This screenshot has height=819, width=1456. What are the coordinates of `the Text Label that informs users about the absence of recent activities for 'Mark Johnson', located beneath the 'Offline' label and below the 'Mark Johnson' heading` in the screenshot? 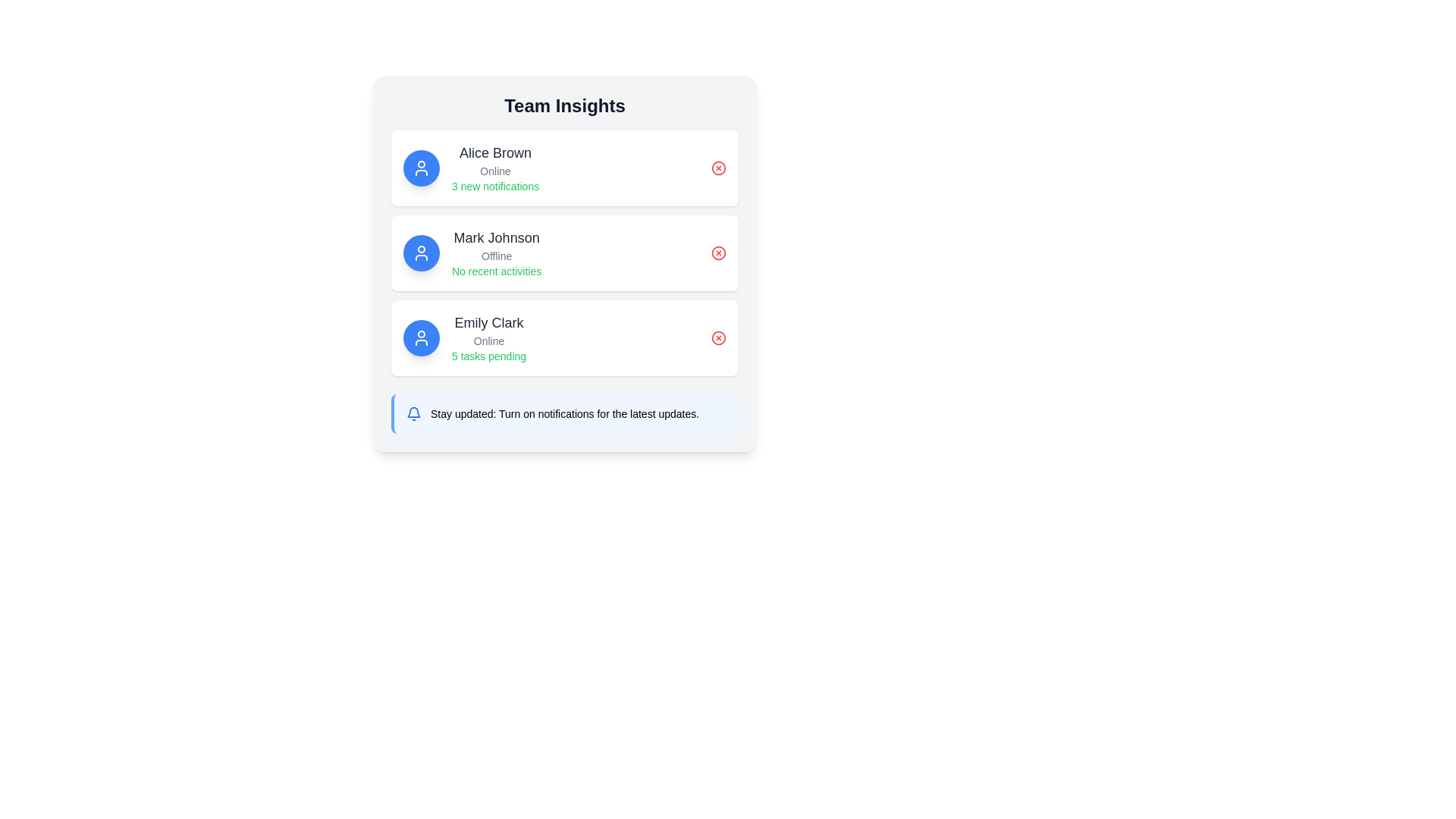 It's located at (497, 271).